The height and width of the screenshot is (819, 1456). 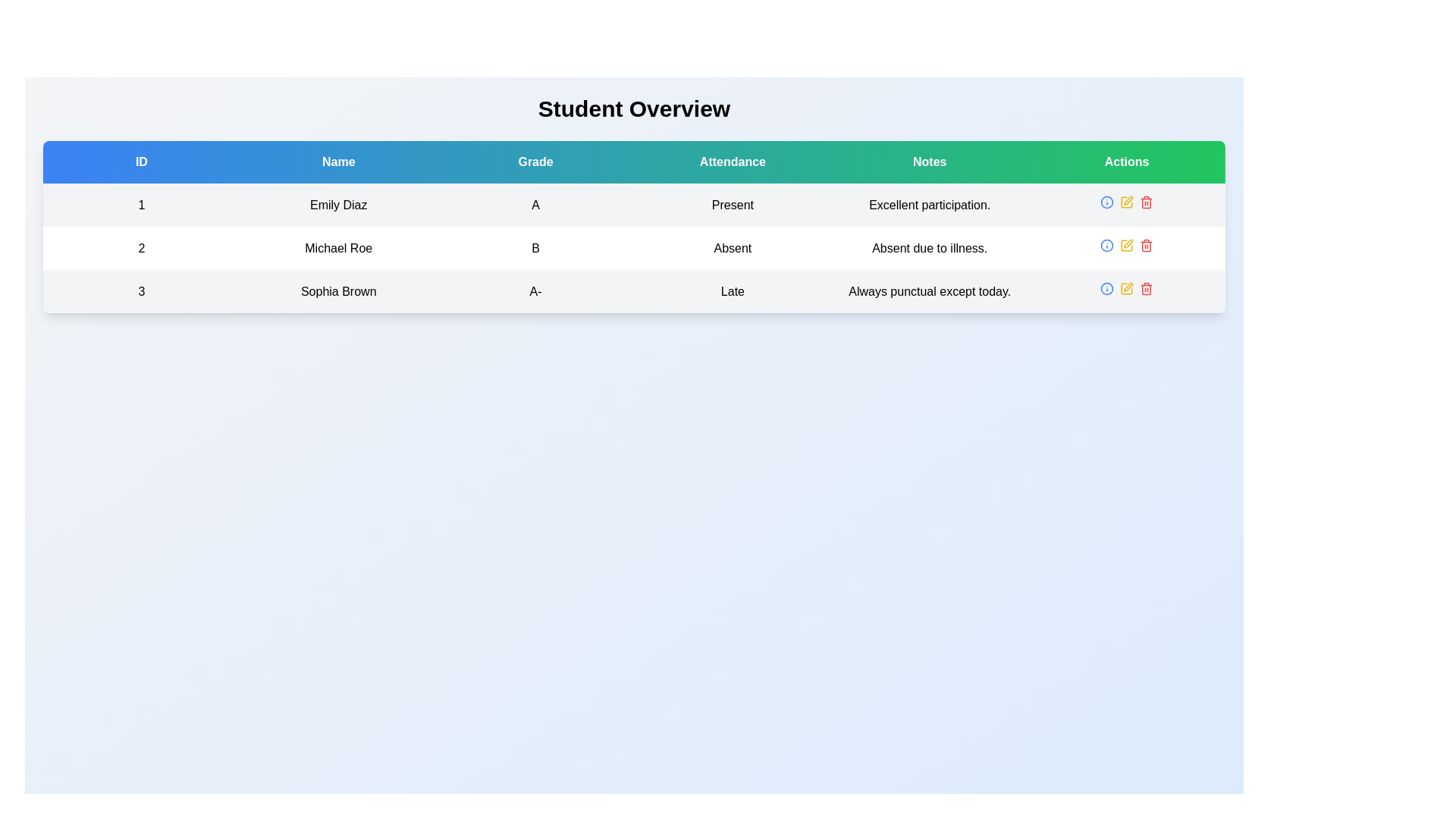 I want to click on the 'Attendance' text label, which is styled in white font on a teal-green rectangular background, located in the table header row, fourth from the left, so click(x=733, y=162).